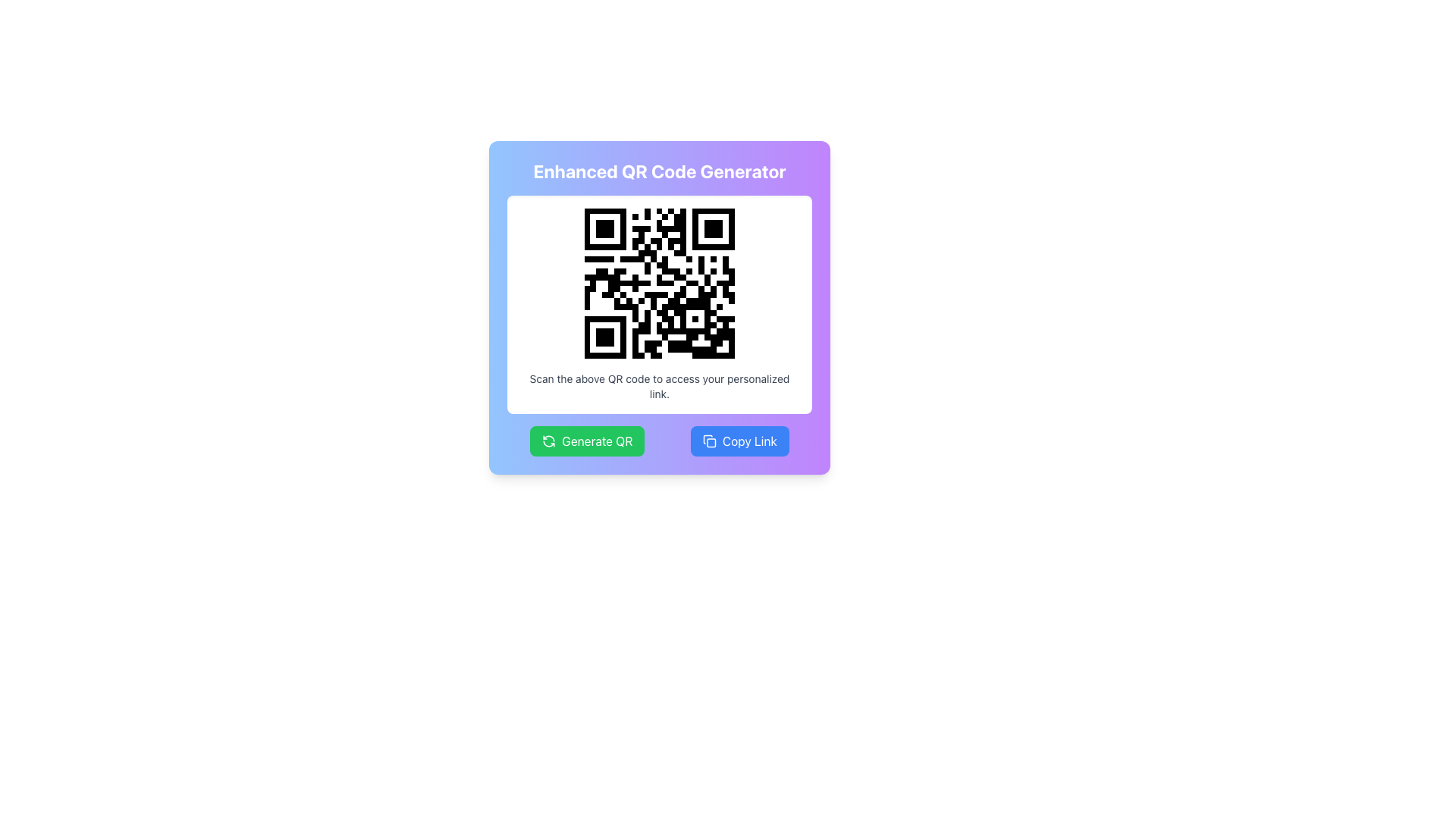  Describe the element at coordinates (586, 441) in the screenshot. I see `the first button from the left, located directly below the displayed QR code, to generate a QR code` at that location.